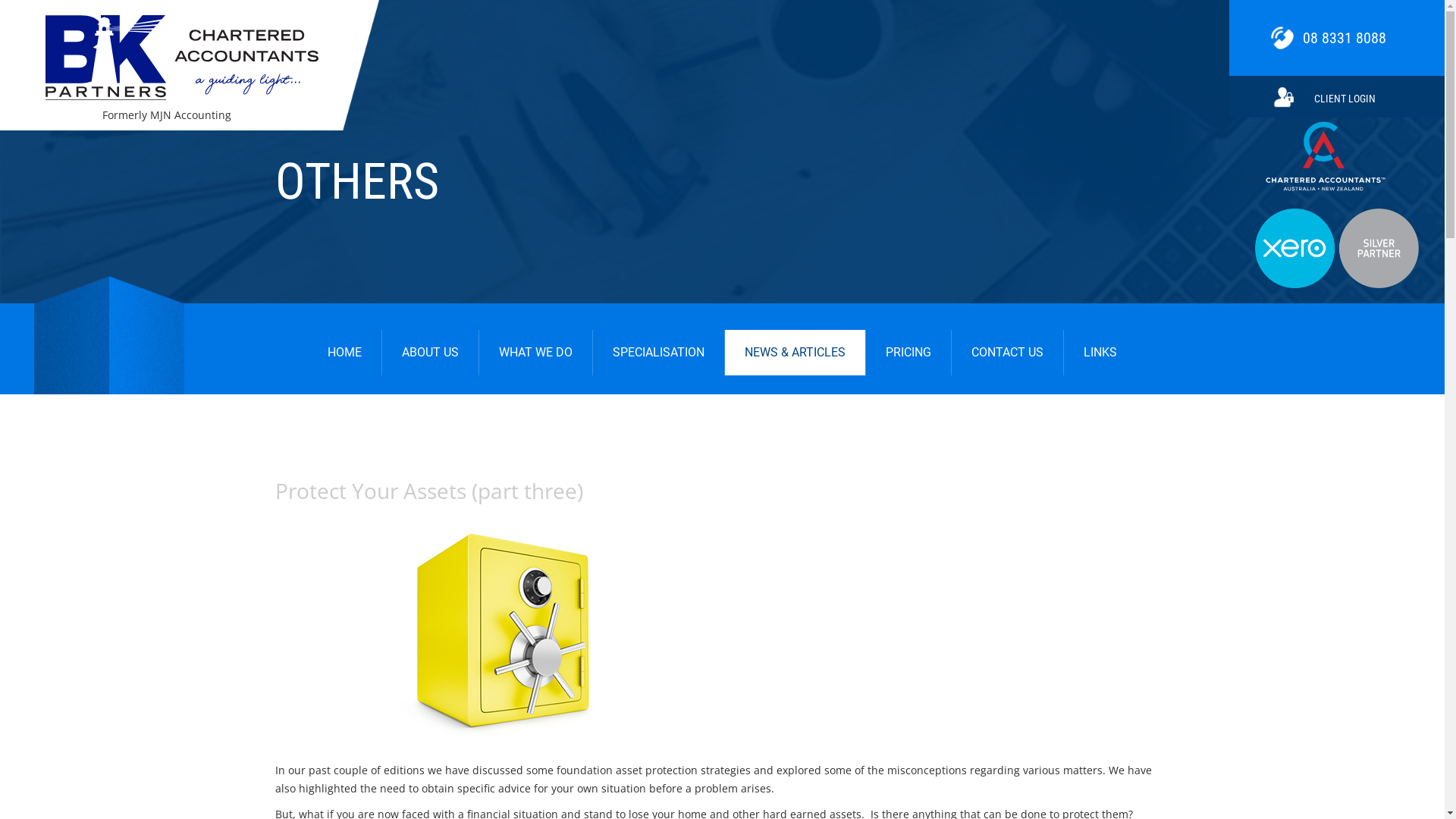  What do you see at coordinates (1007, 353) in the screenshot?
I see `'CONTACT US'` at bounding box center [1007, 353].